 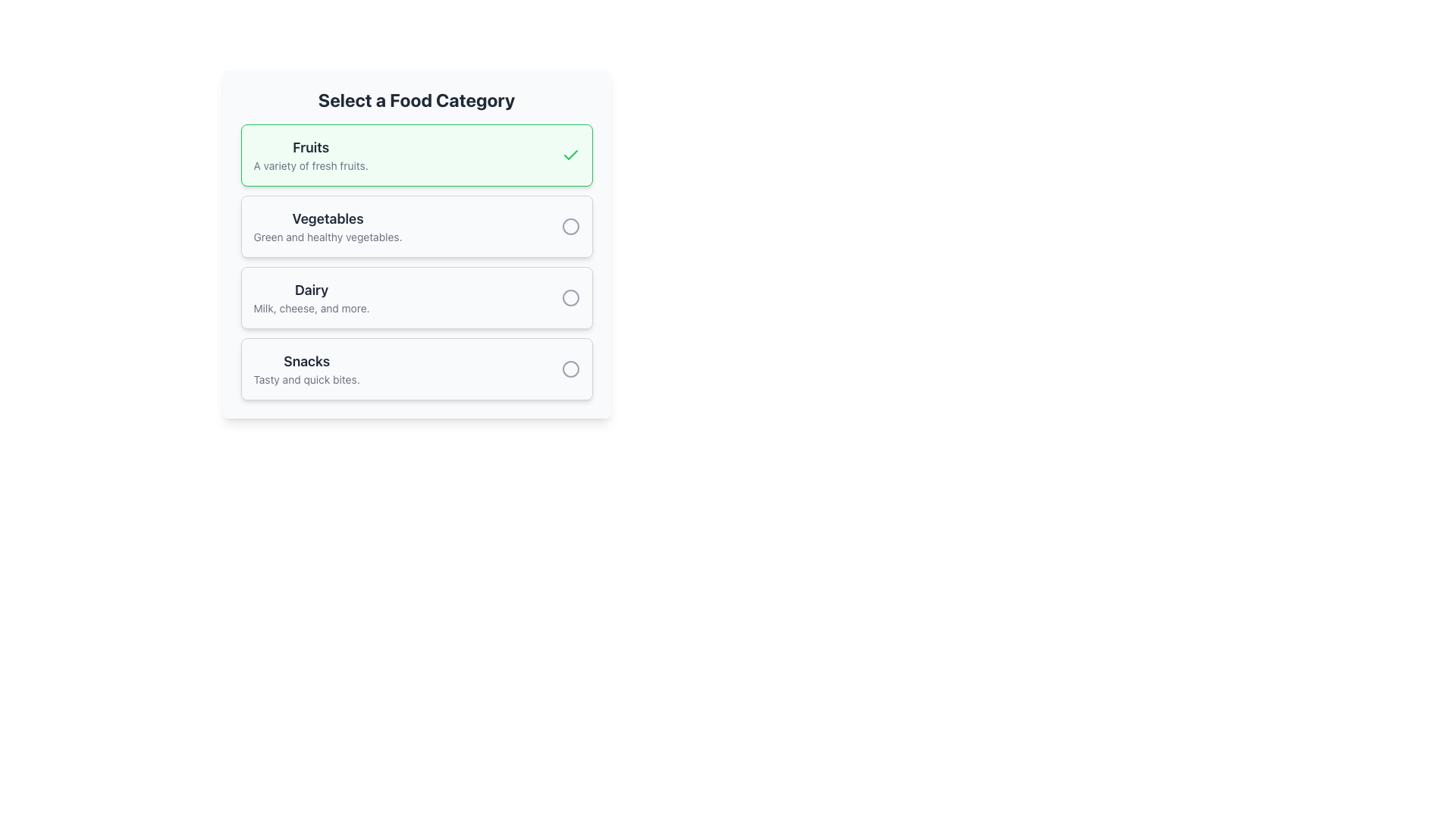 I want to click on the unselected radio button located in the 'Vegetables' category section, so click(x=570, y=227).